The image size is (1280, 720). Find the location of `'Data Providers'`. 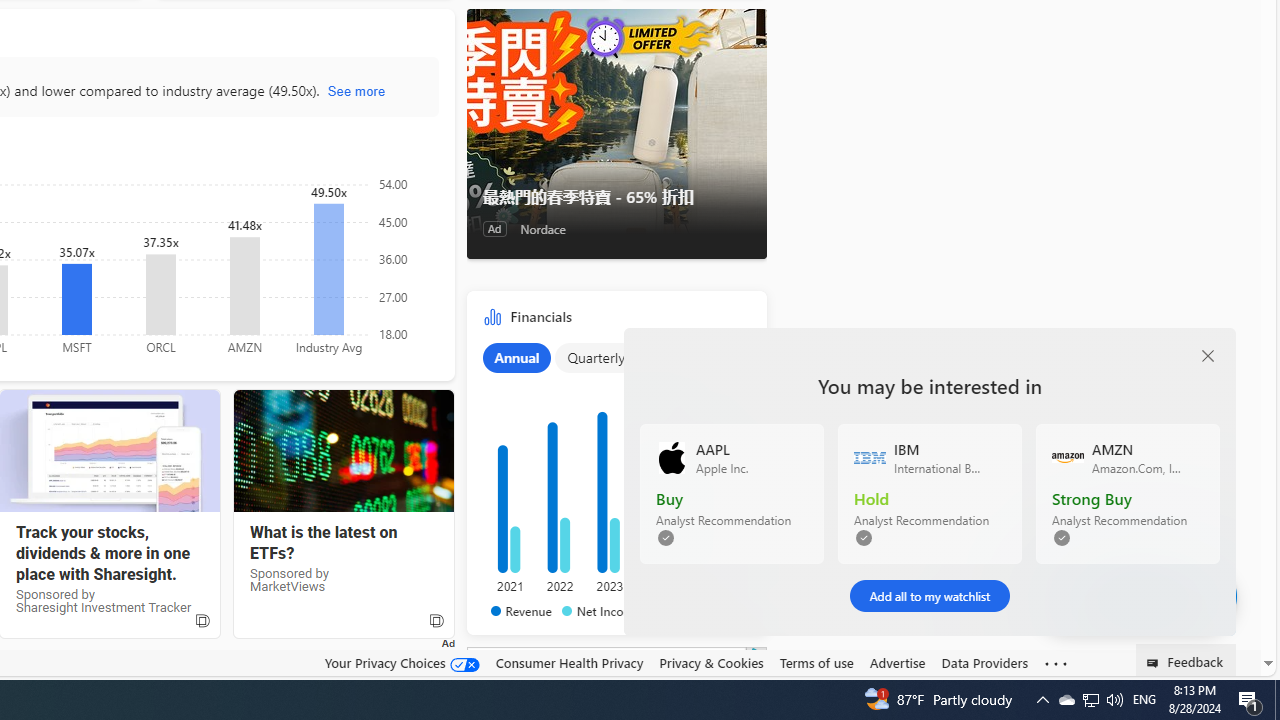

'Data Providers' is located at coordinates (984, 663).